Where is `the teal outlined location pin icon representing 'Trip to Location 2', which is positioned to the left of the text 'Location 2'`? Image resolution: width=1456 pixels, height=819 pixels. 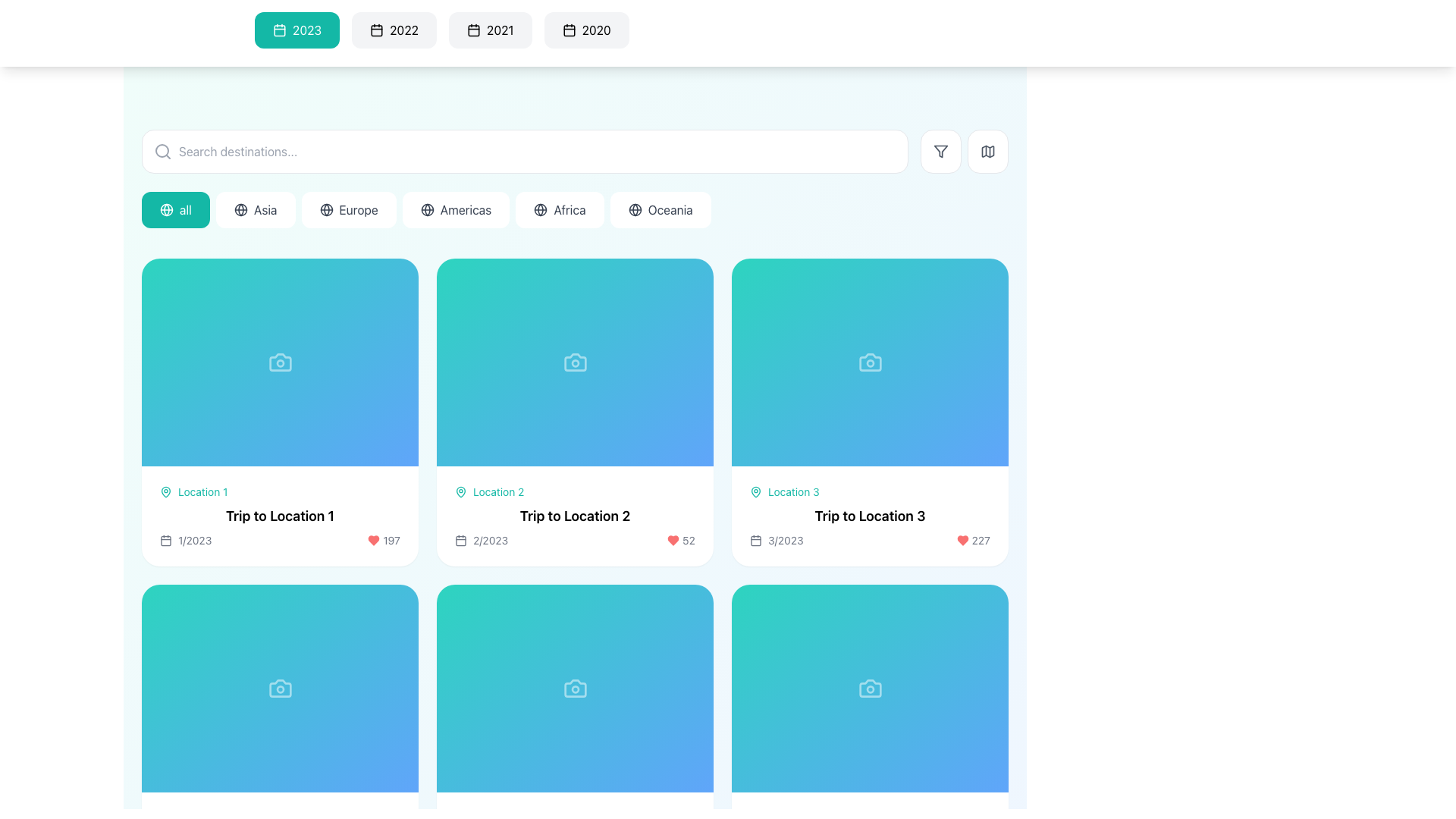 the teal outlined location pin icon representing 'Trip to Location 2', which is positioned to the left of the text 'Location 2' is located at coordinates (460, 491).